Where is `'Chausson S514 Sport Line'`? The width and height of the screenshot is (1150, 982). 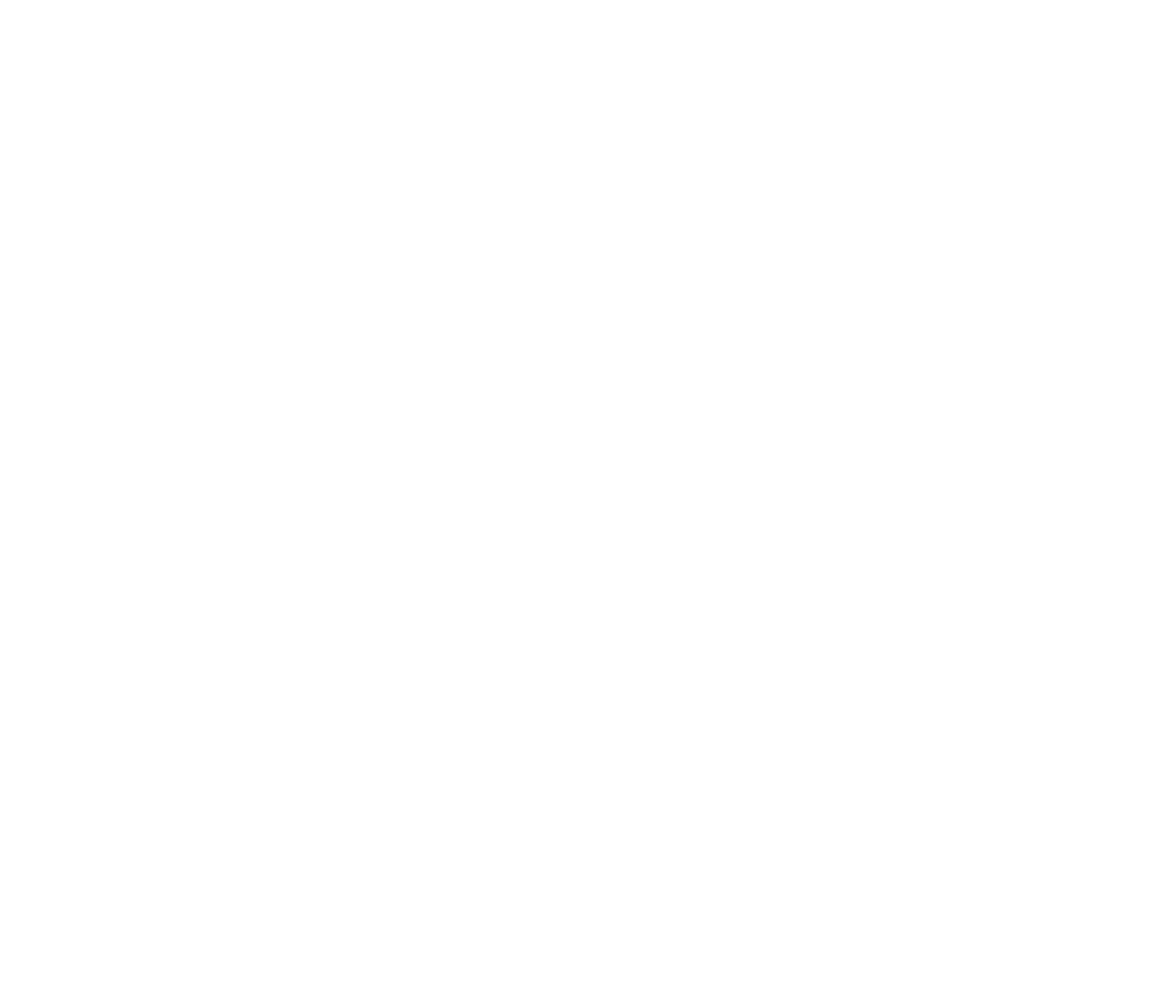
'Chausson S514 Sport Line' is located at coordinates (492, 591).